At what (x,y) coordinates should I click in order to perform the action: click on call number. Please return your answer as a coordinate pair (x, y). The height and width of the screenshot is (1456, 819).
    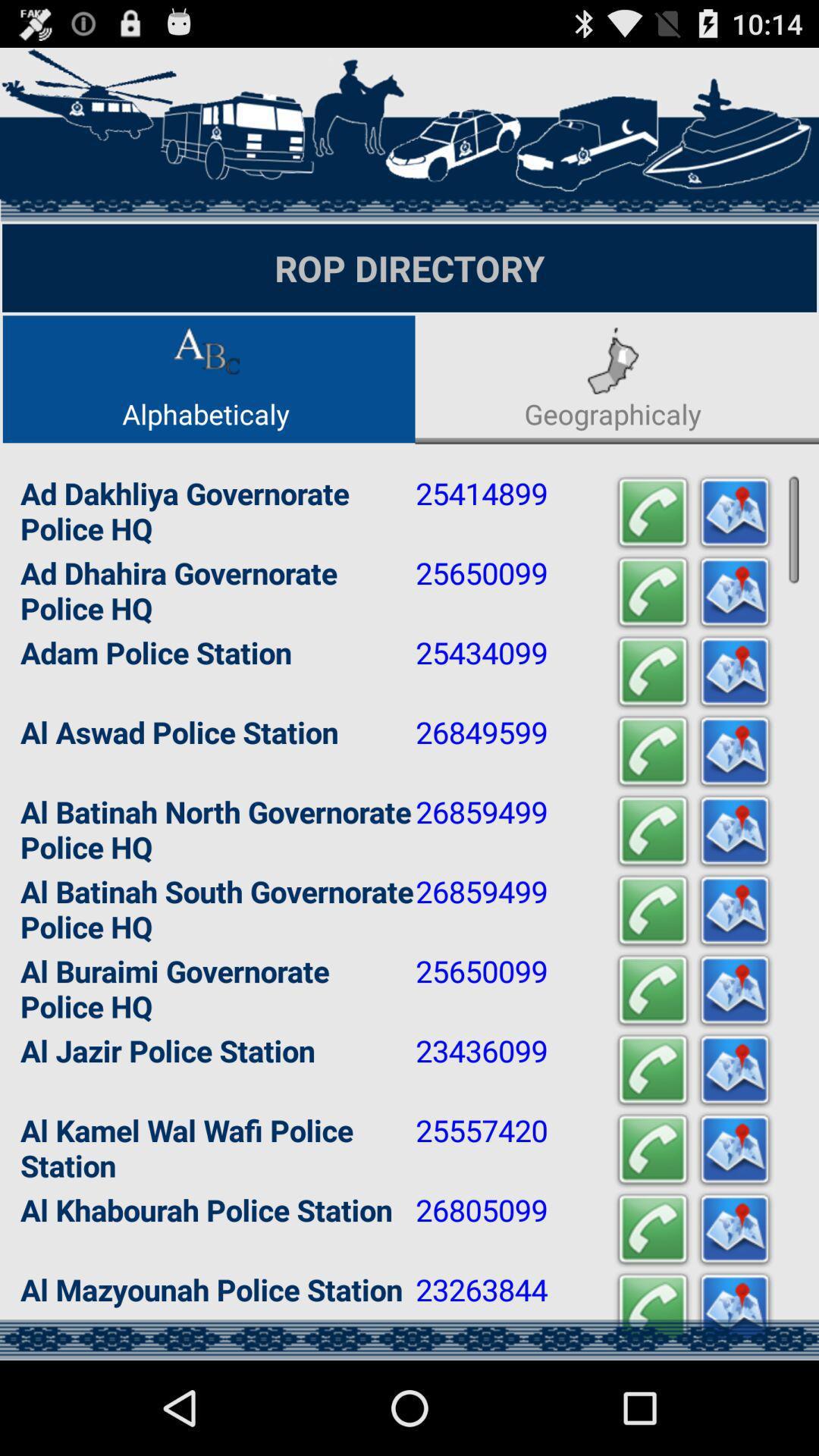
    Looking at the image, I should click on (651, 1229).